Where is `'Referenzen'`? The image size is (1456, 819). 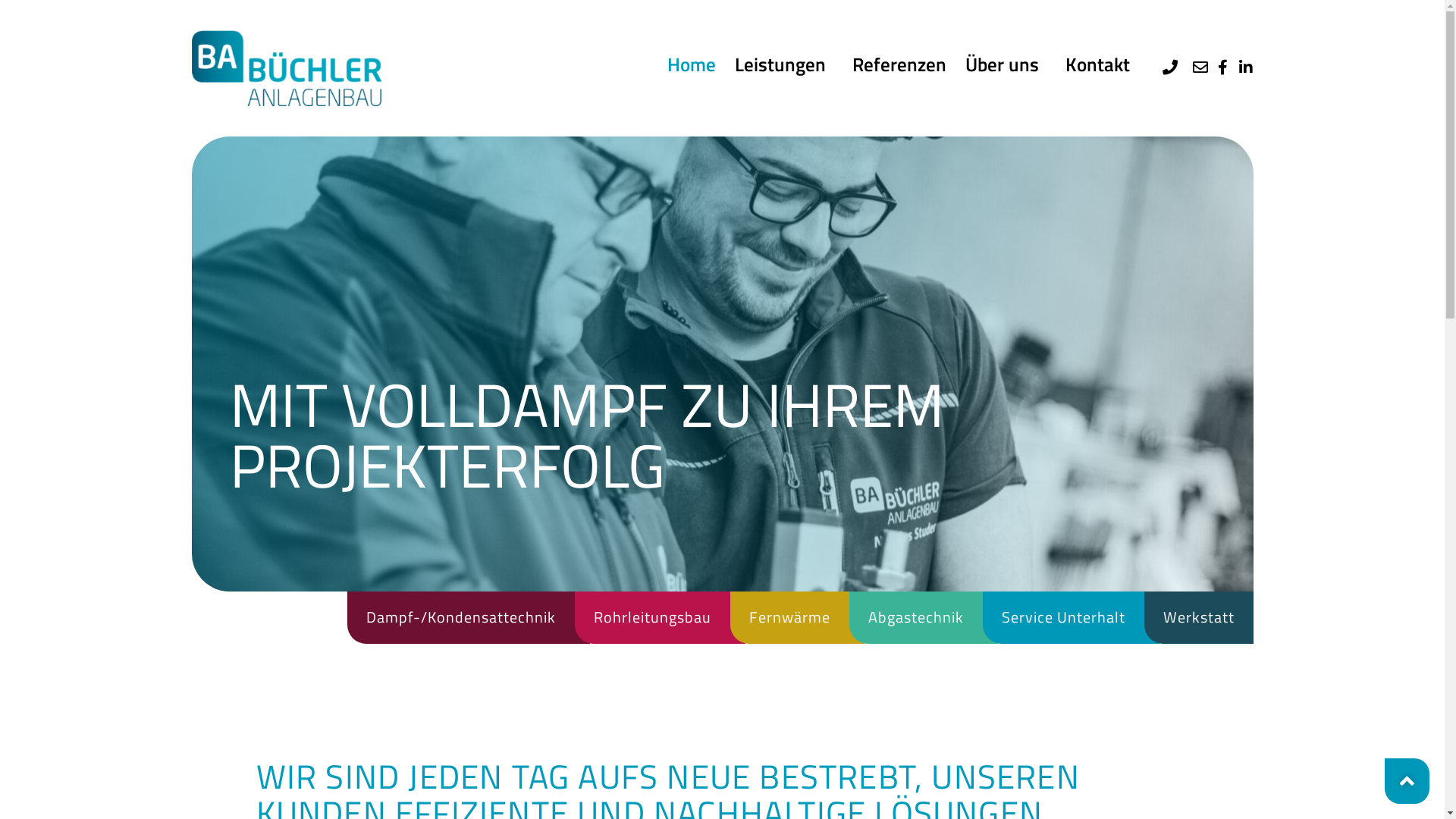
'Referenzen' is located at coordinates (899, 64).